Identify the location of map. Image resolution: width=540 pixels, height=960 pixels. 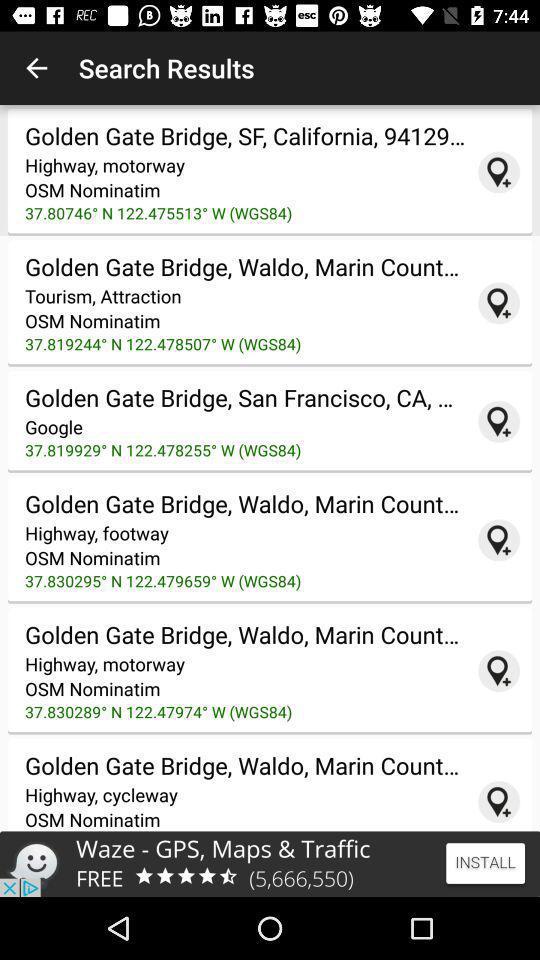
(498, 421).